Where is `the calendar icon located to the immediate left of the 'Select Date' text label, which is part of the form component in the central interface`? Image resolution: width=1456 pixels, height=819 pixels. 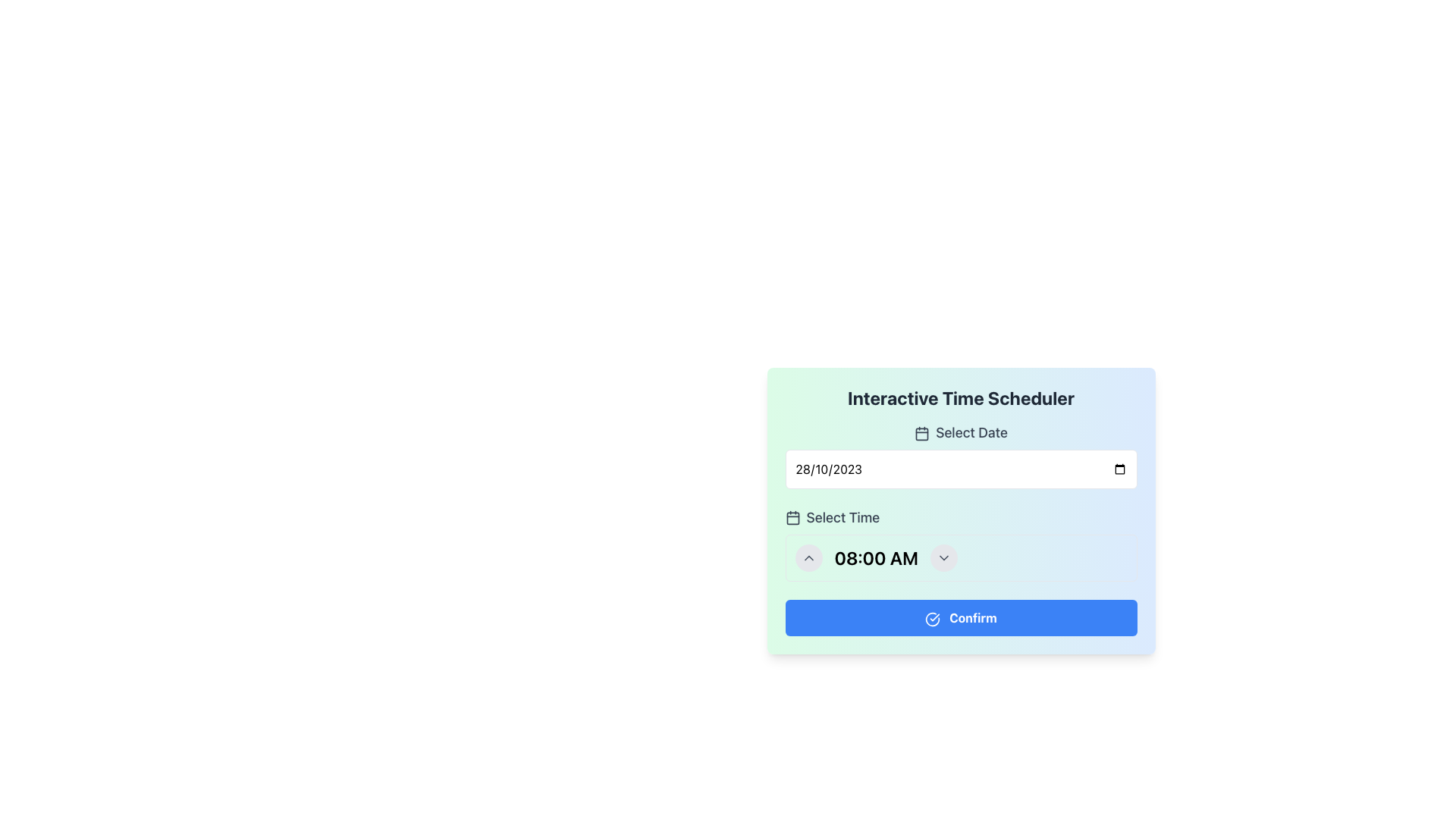
the calendar icon located to the immediate left of the 'Select Date' text label, which is part of the form component in the central interface is located at coordinates (921, 434).